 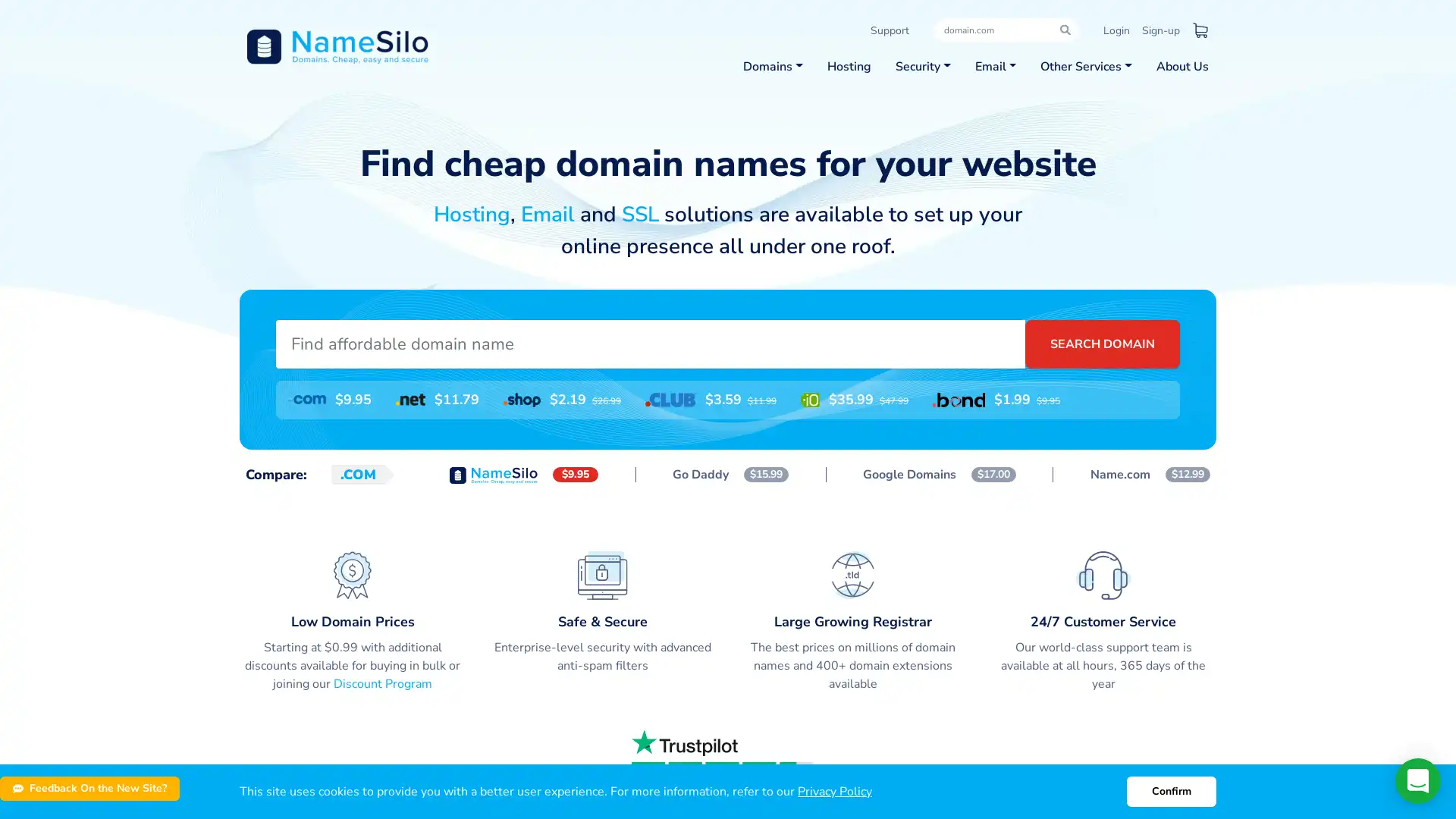 What do you see at coordinates (1171, 791) in the screenshot?
I see `Confirm` at bounding box center [1171, 791].